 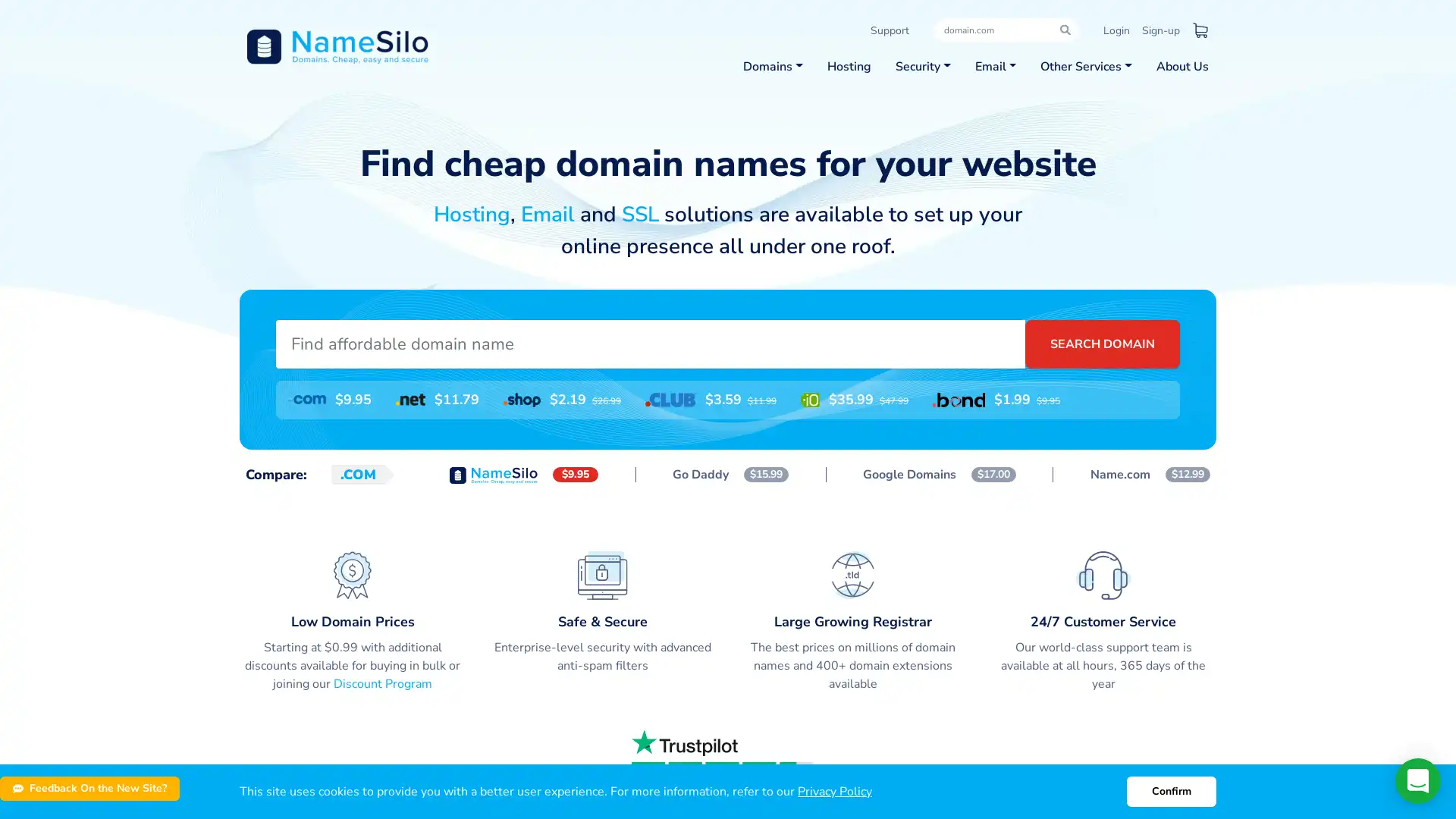 What do you see at coordinates (1171, 791) in the screenshot?
I see `Confirm` at bounding box center [1171, 791].